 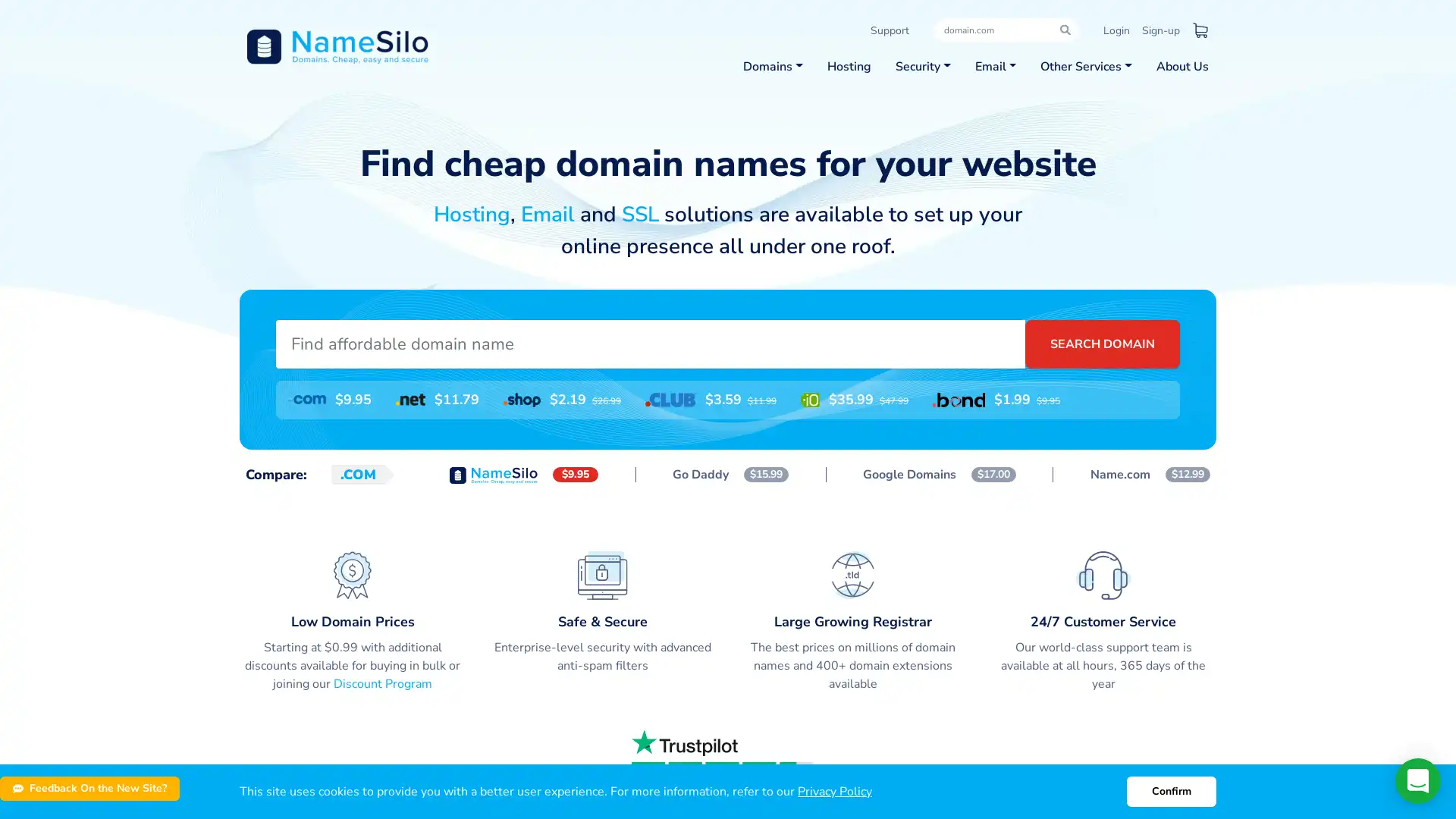 What do you see at coordinates (1171, 791) in the screenshot?
I see `Confirm` at bounding box center [1171, 791].